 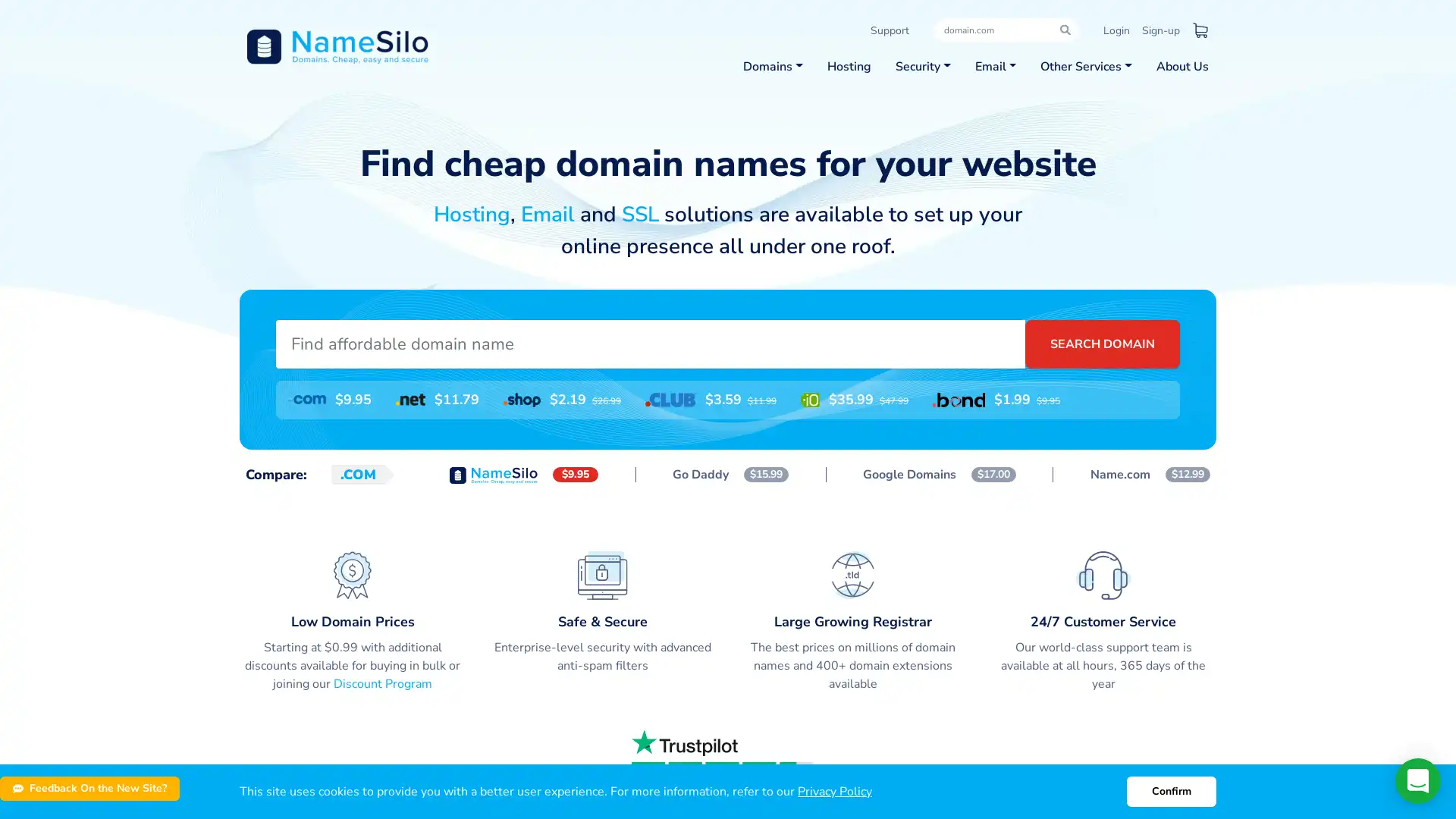 What do you see at coordinates (1171, 791) in the screenshot?
I see `Confirm` at bounding box center [1171, 791].